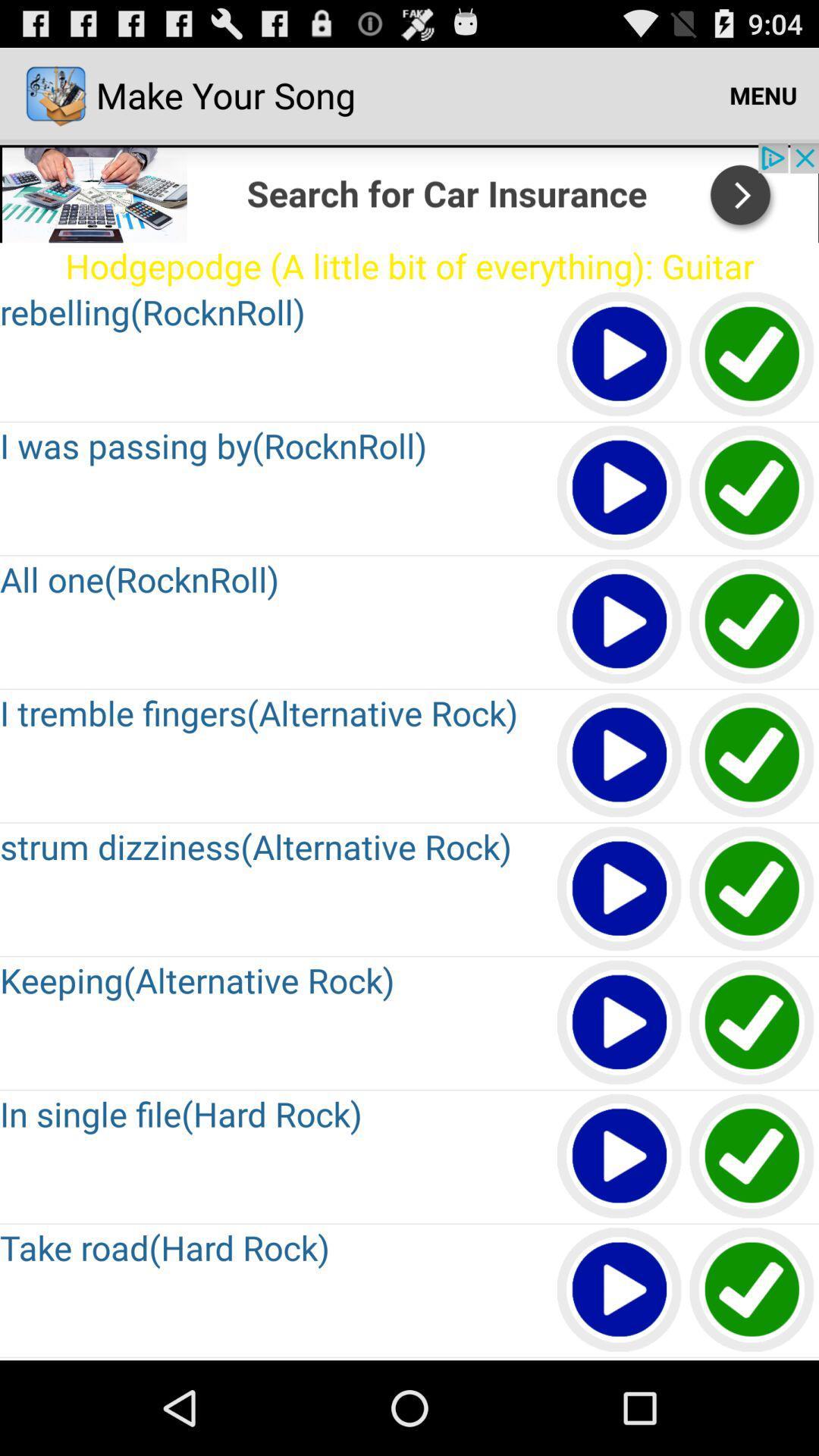  What do you see at coordinates (752, 1359) in the screenshot?
I see `song` at bounding box center [752, 1359].